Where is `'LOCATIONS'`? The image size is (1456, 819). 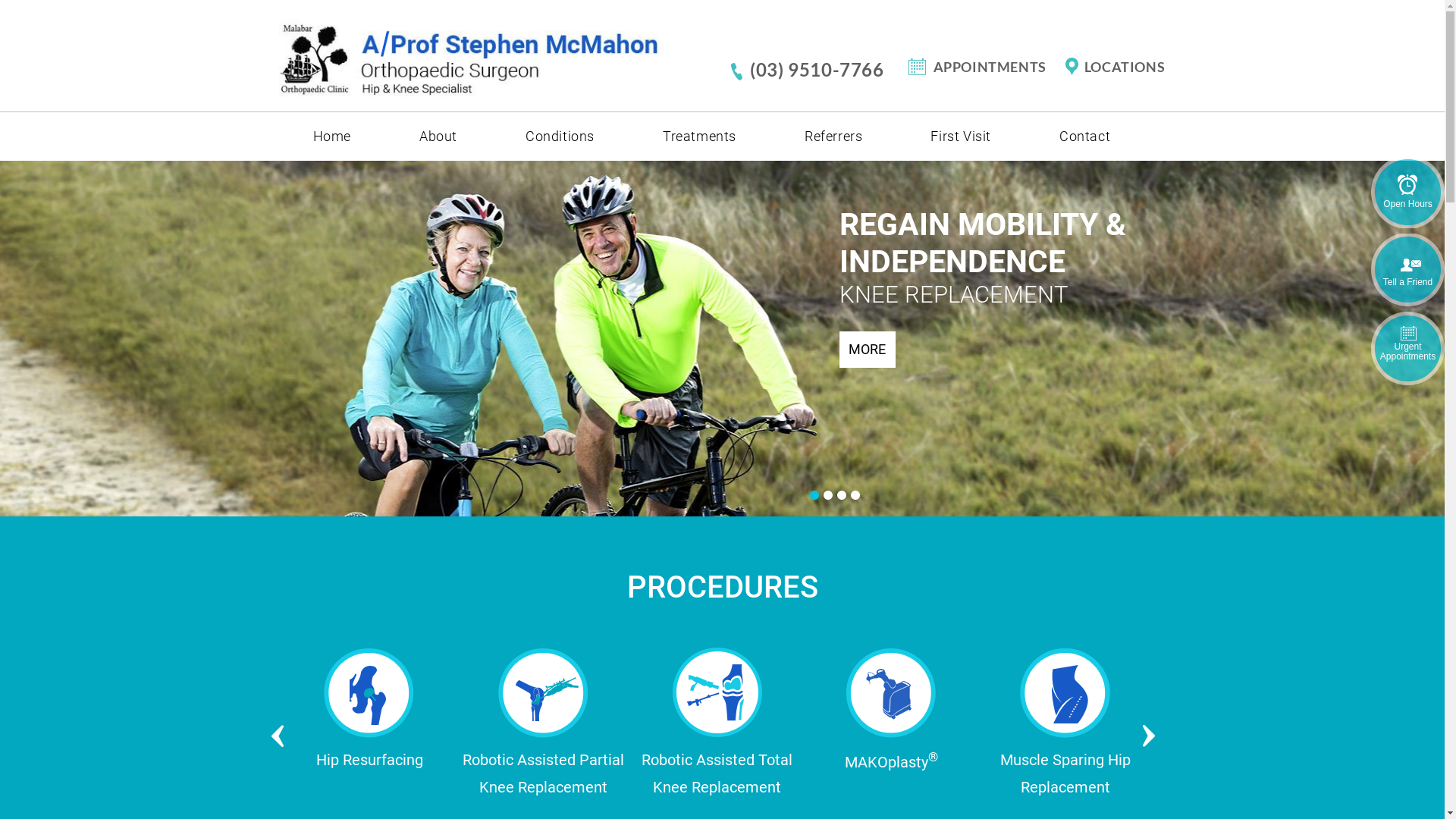
'LOCATIONS' is located at coordinates (1061, 66).